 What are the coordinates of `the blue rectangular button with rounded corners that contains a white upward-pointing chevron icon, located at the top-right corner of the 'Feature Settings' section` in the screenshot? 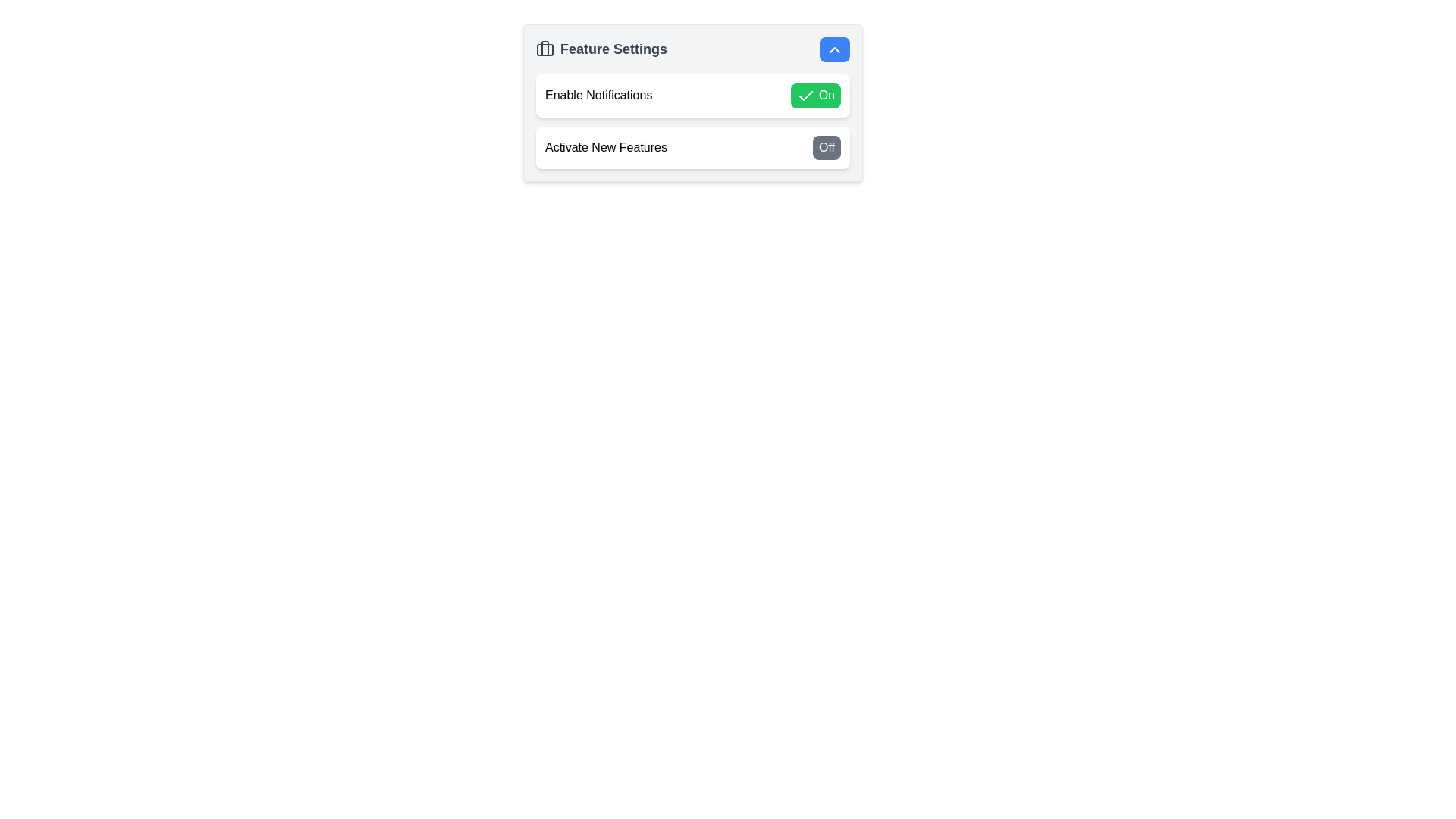 It's located at (833, 49).